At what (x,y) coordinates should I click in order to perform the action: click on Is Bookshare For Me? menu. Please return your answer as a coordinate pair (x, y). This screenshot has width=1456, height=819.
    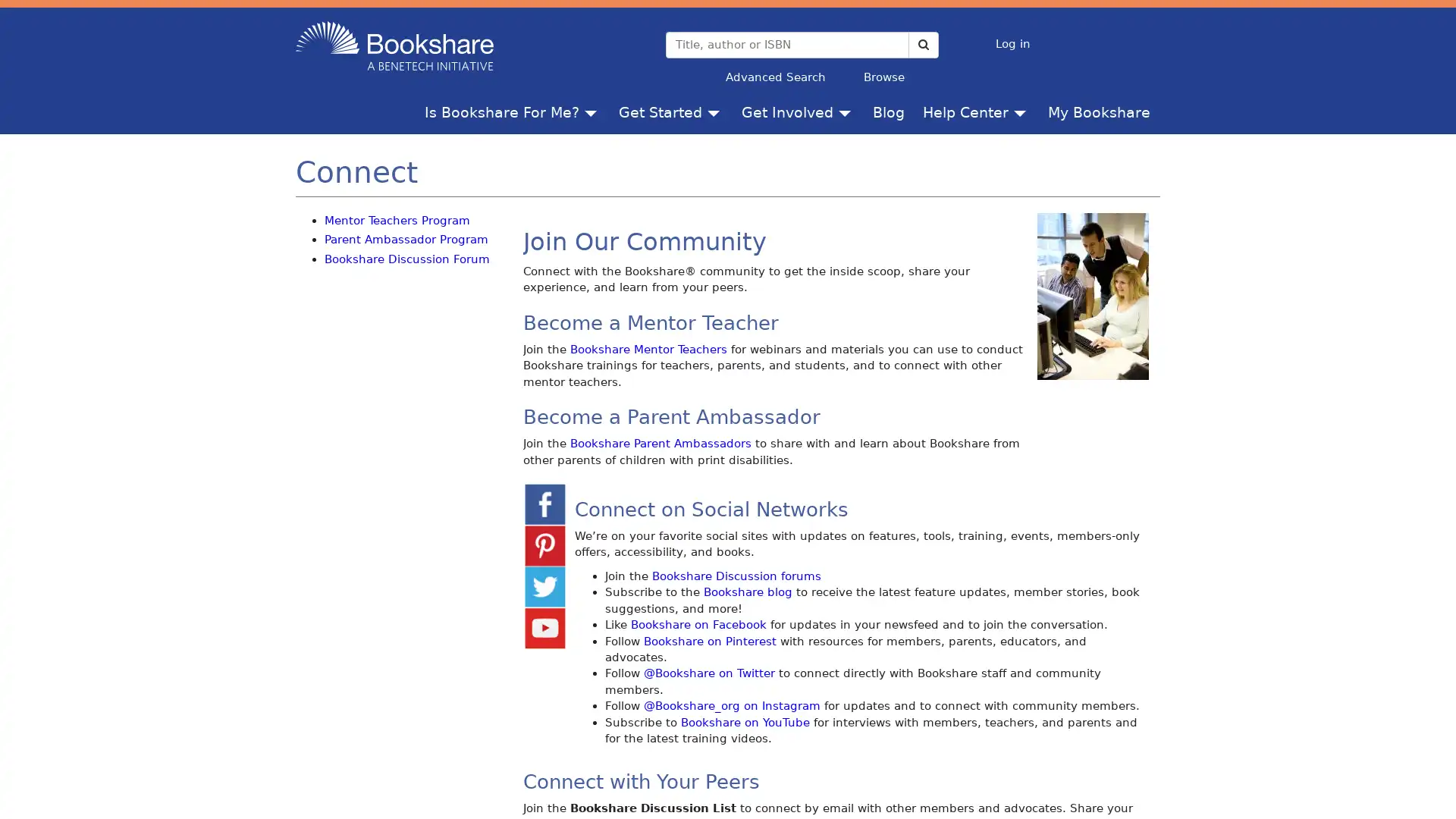
    Looking at the image, I should click on (593, 111).